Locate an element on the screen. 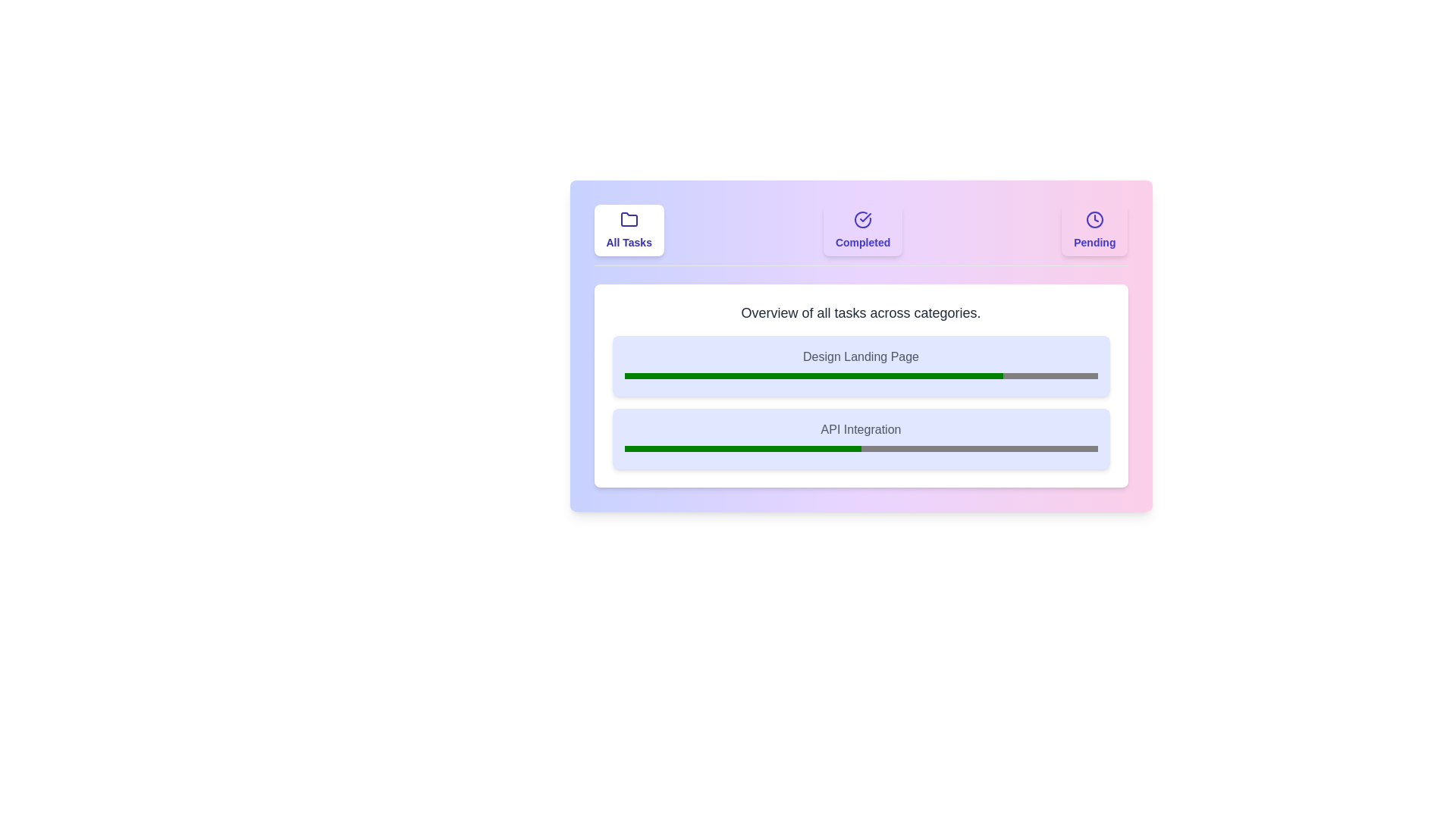  the representation of the clock icon located at the center-top of the 'Pending' button in the top-right corner of the interface is located at coordinates (1094, 219).